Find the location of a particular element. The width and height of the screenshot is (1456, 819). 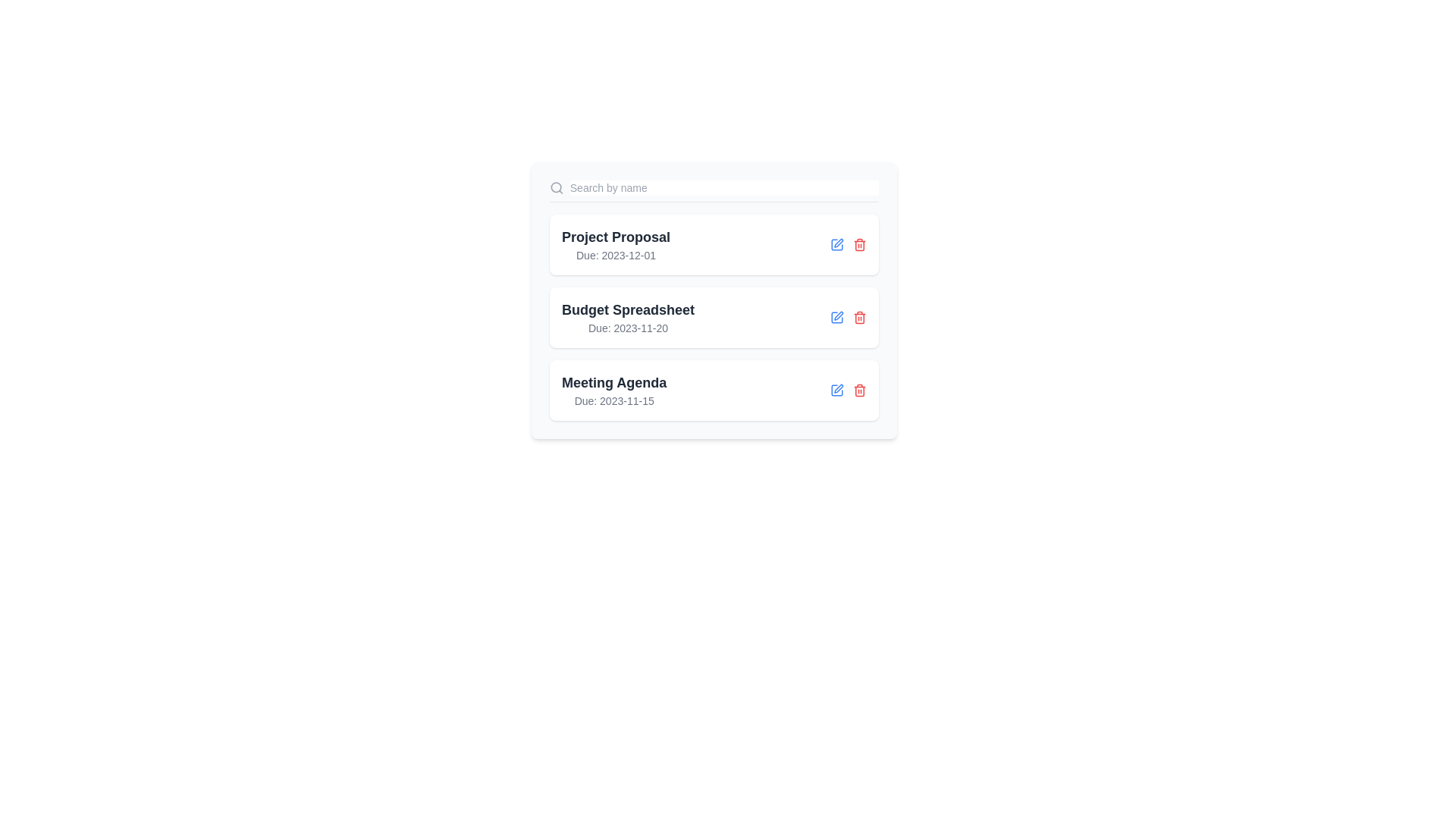

the edit icon for the item named Project Proposal is located at coordinates (836, 244).